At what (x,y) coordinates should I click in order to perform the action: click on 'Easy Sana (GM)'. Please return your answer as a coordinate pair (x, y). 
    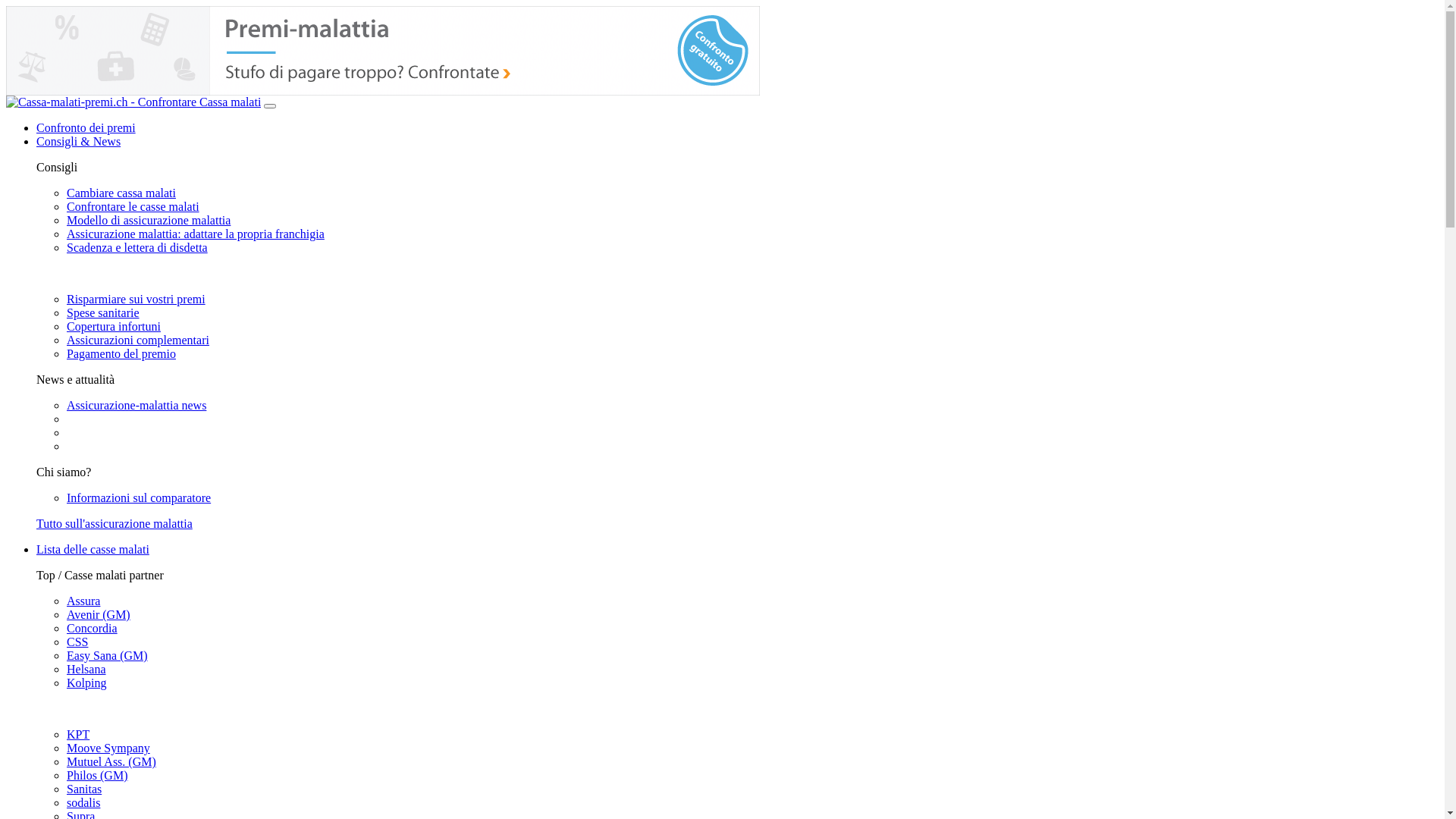
    Looking at the image, I should click on (106, 654).